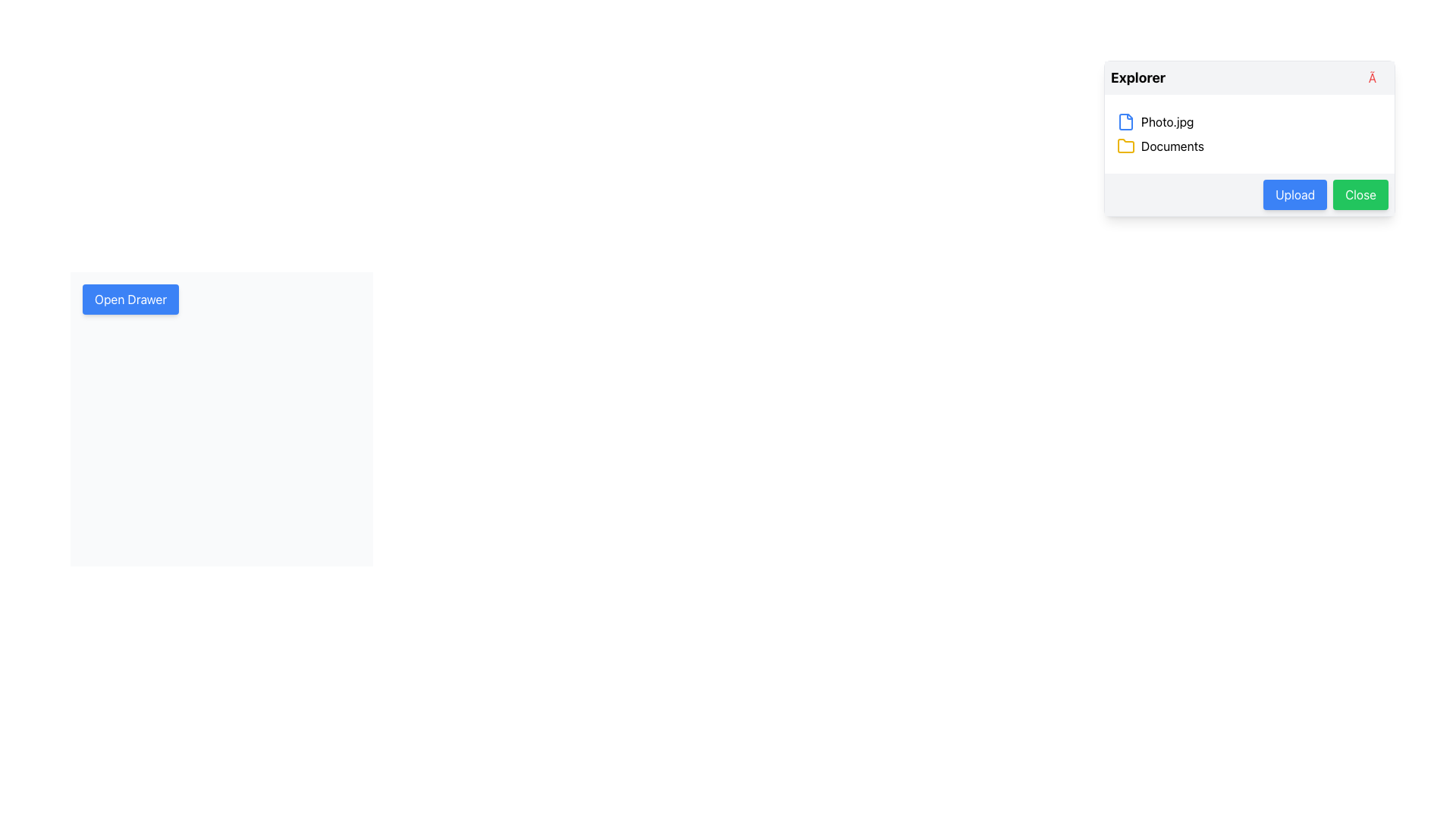  Describe the element at coordinates (1125, 146) in the screenshot. I see `the folder icon located in the 'Documents' section of the 'Explorer' panel` at that location.